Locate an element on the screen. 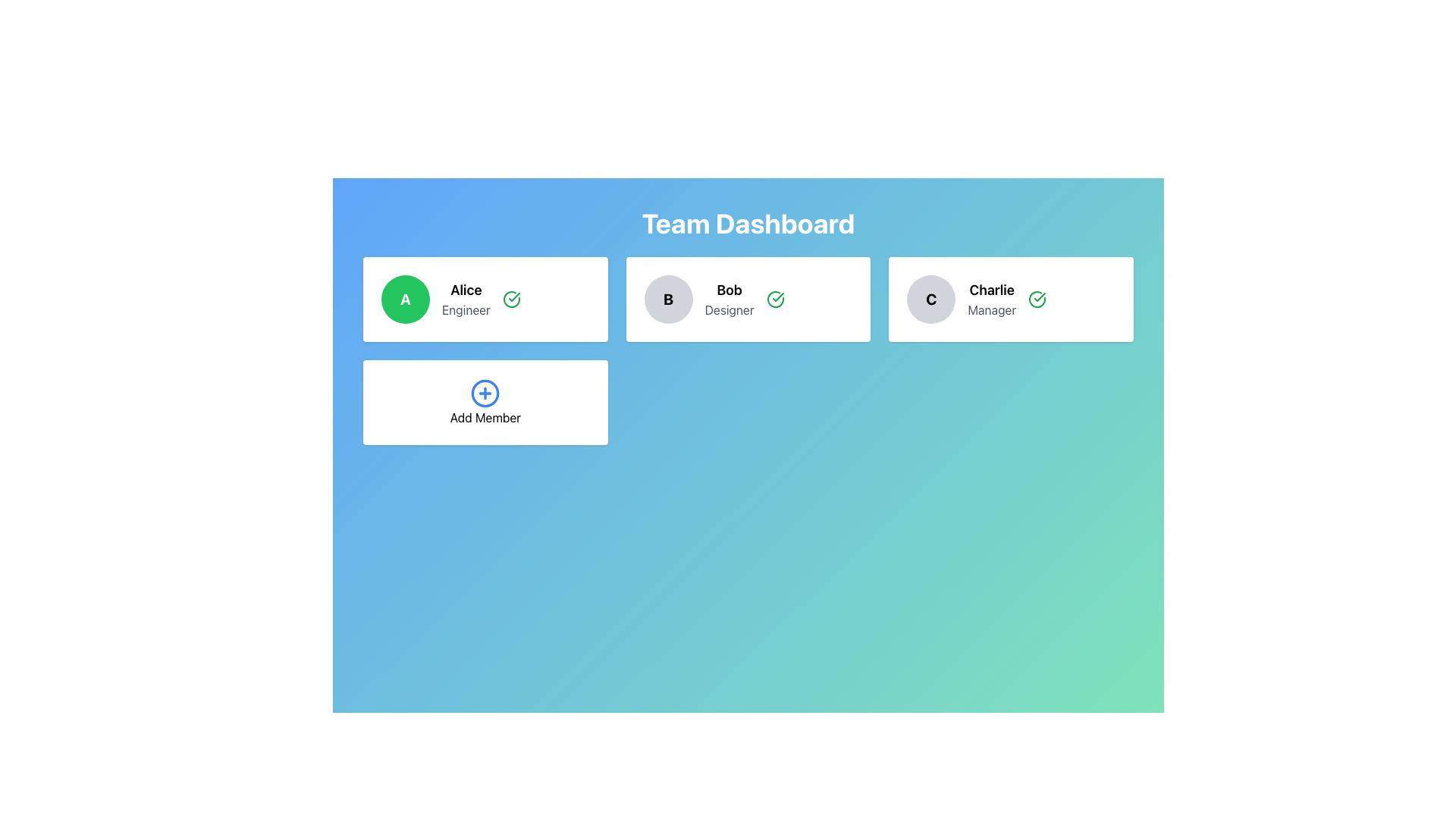 The height and width of the screenshot is (819, 1456). the text label displaying 'Alice' in bold font on the left side of the team dashboard card labeled 'A' is located at coordinates (465, 290).